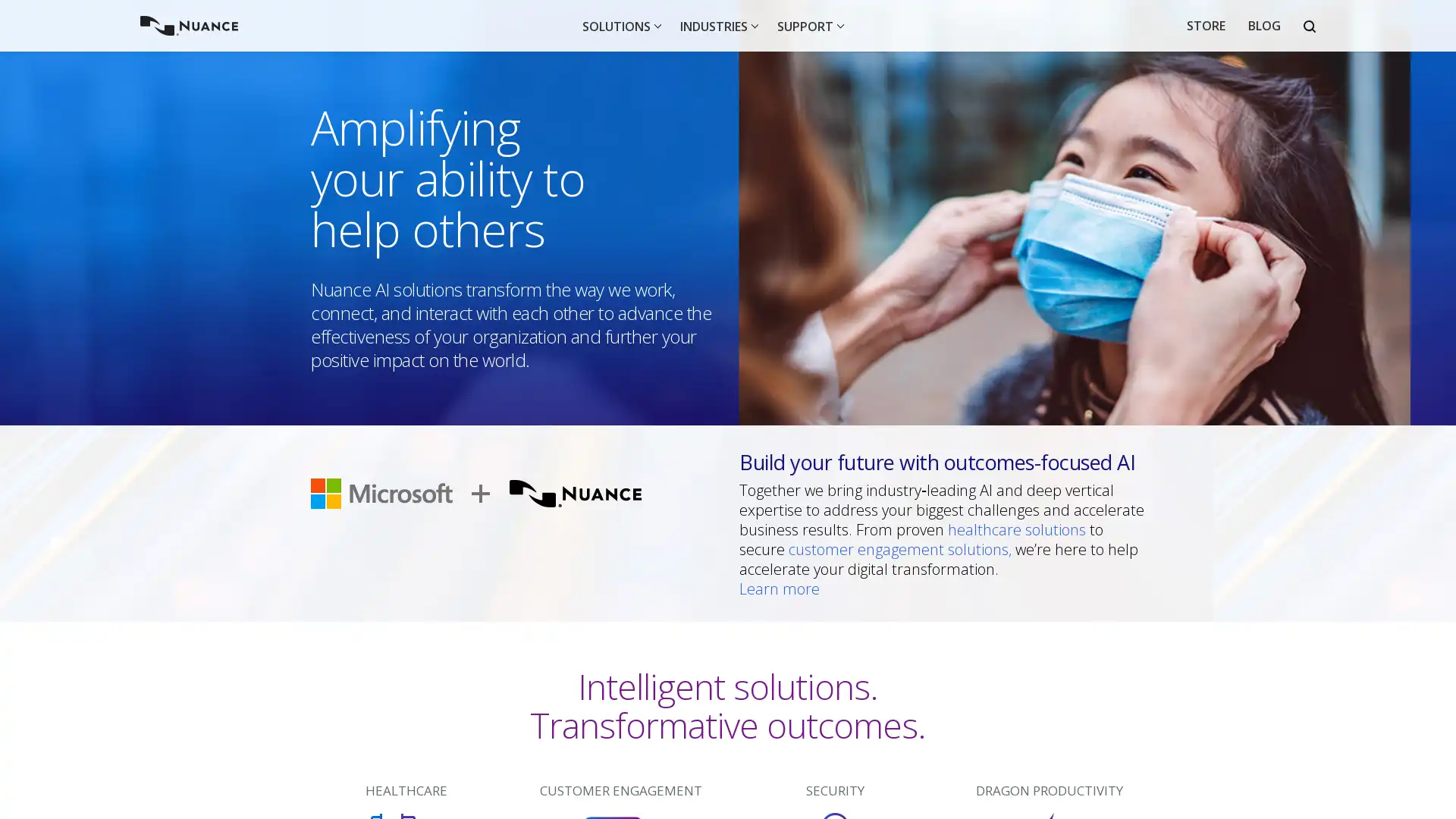 The width and height of the screenshot is (1456, 819). What do you see at coordinates (1309, 27) in the screenshot?
I see `Open Search` at bounding box center [1309, 27].